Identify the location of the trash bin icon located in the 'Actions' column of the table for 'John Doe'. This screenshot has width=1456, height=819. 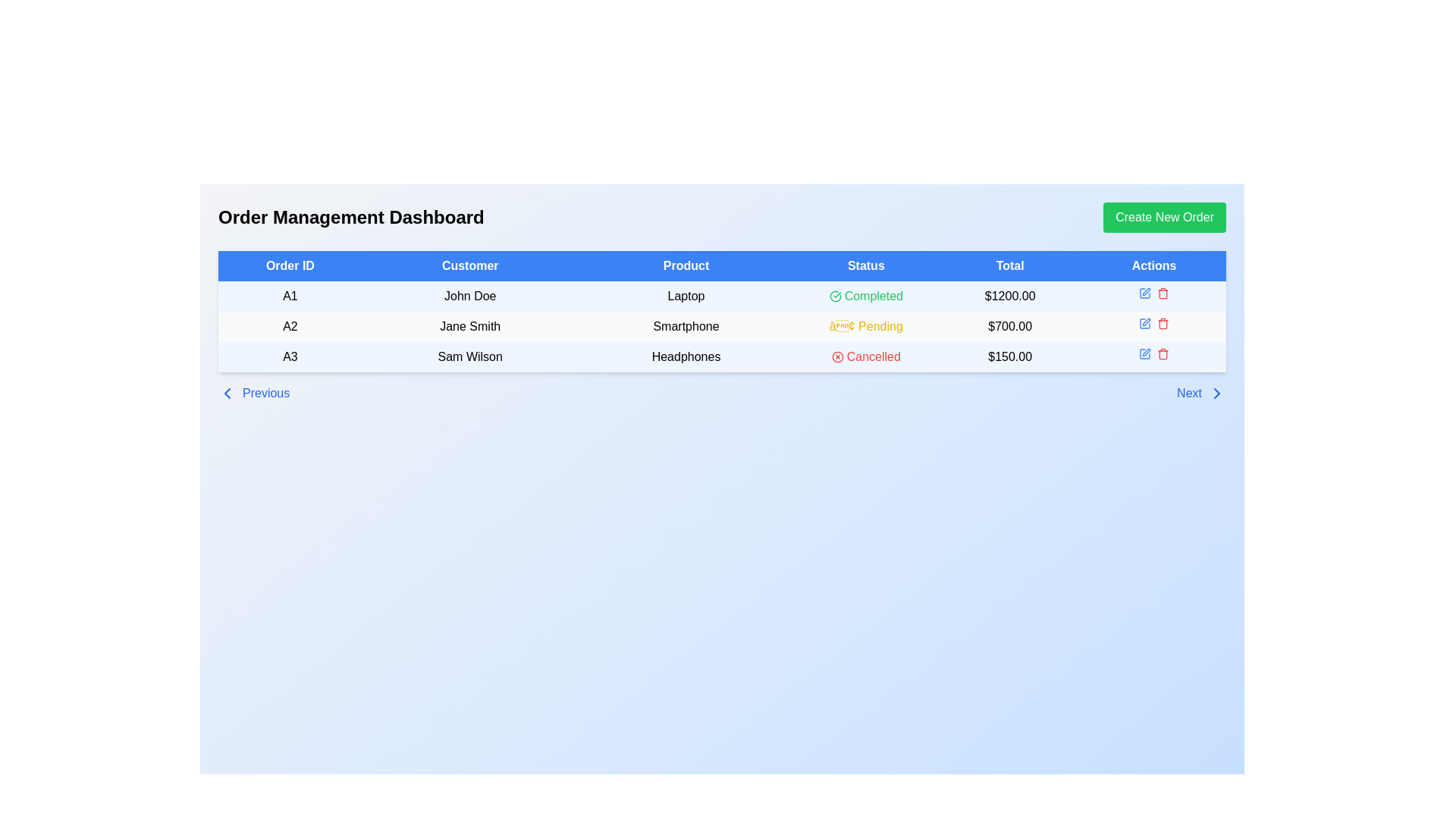
(1163, 294).